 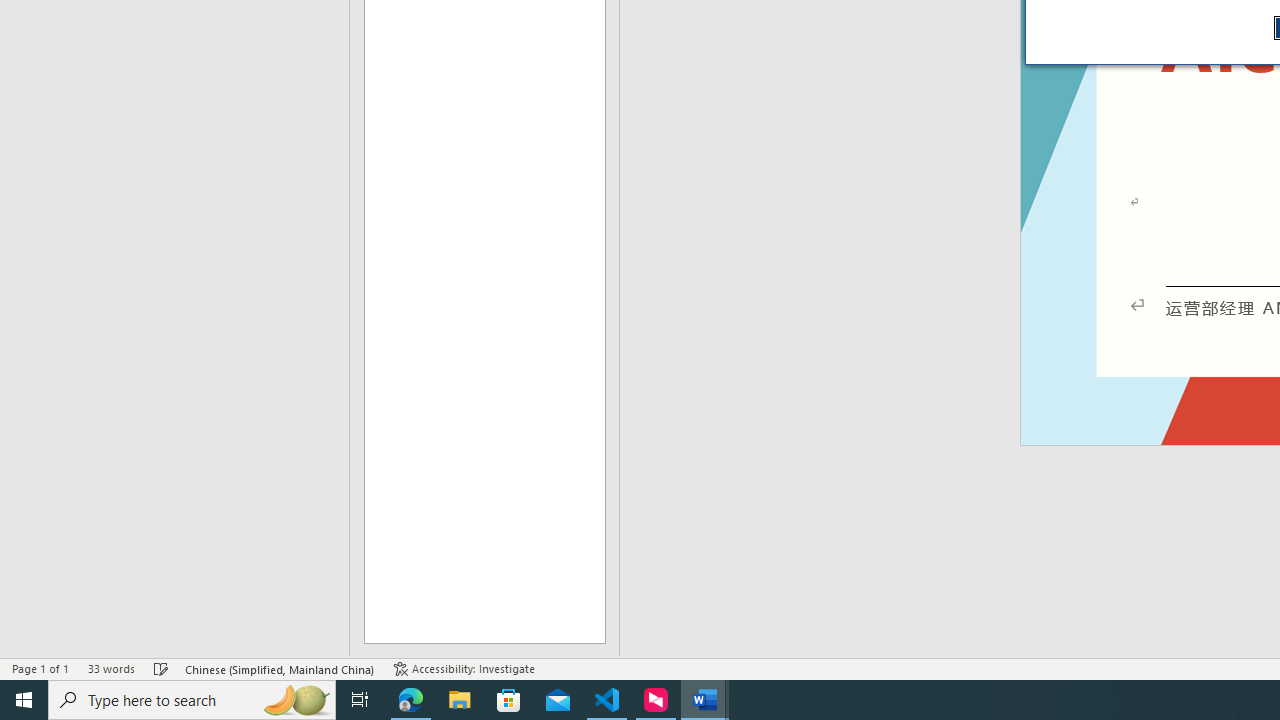 I want to click on 'Microsoft Store', so click(x=509, y=698).